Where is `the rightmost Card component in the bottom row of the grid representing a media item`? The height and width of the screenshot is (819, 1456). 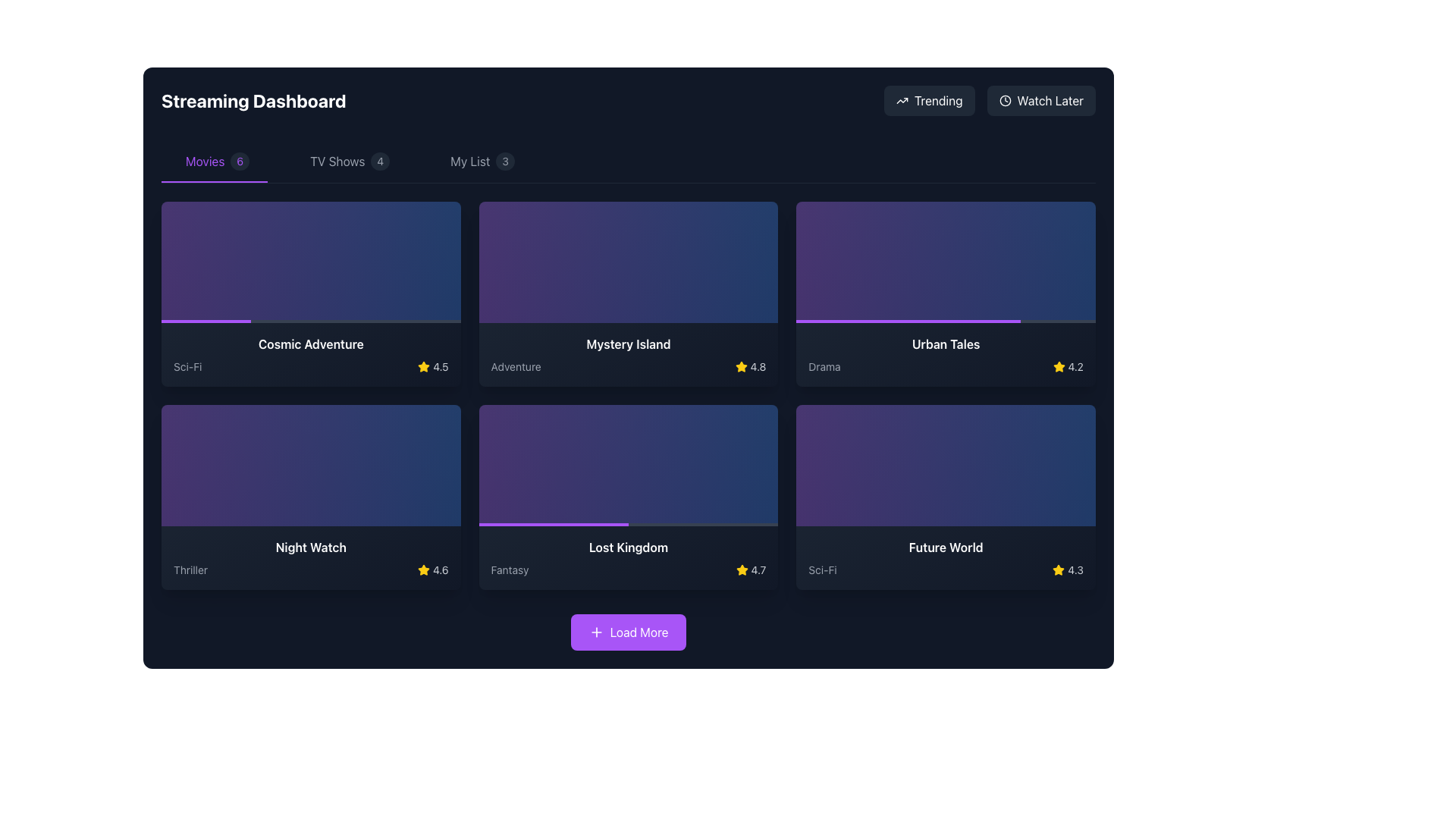 the rightmost Card component in the bottom row of the grid representing a media item is located at coordinates (945, 558).